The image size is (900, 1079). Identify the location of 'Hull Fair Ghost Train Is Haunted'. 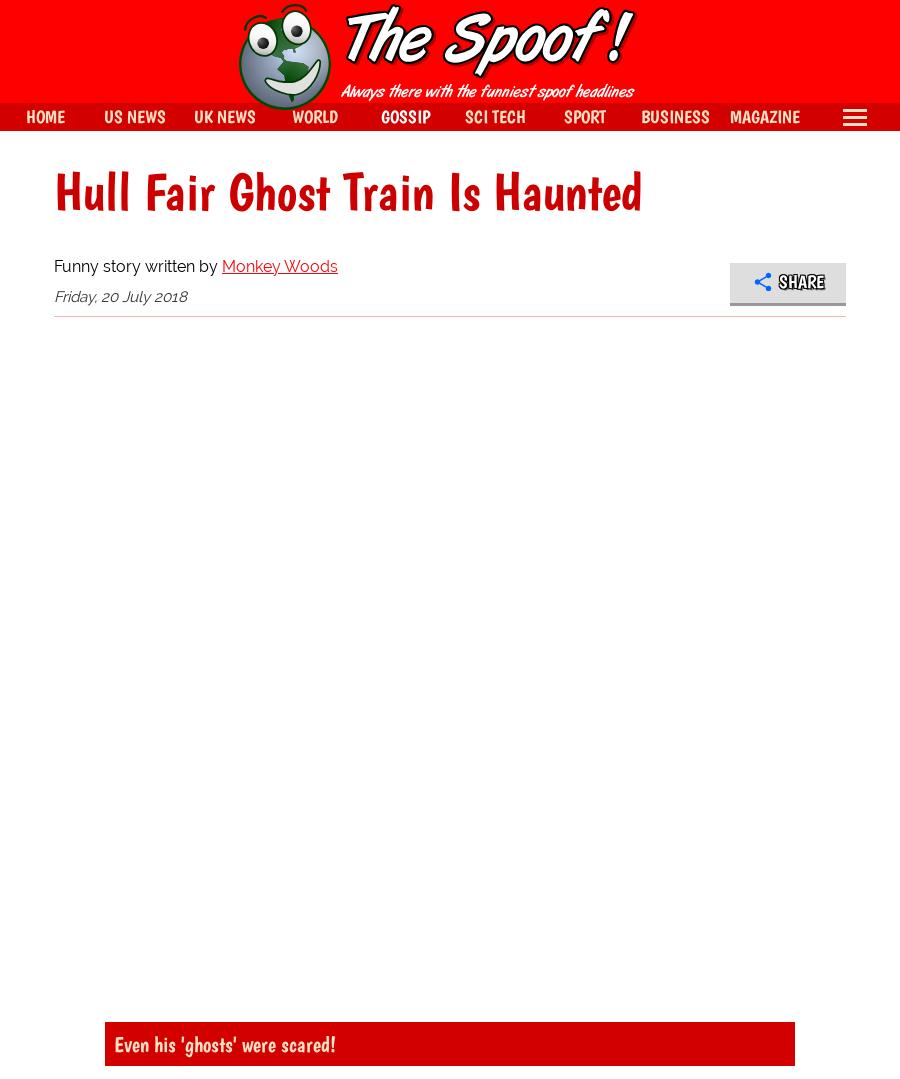
(348, 191).